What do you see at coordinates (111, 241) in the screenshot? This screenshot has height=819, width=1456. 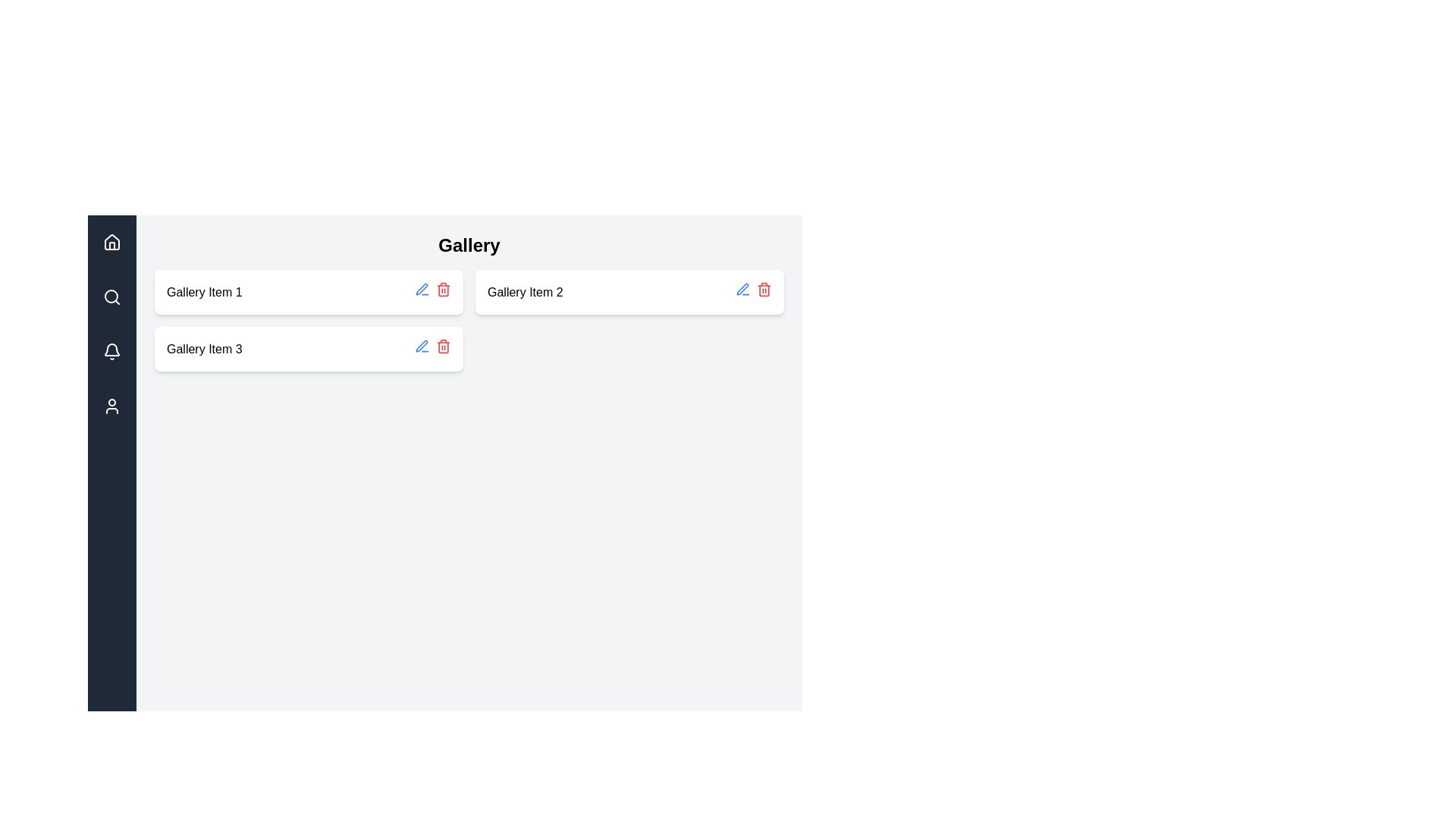 I see `the icon button located at the top of the vertical menu on the left side of the interface` at bounding box center [111, 241].